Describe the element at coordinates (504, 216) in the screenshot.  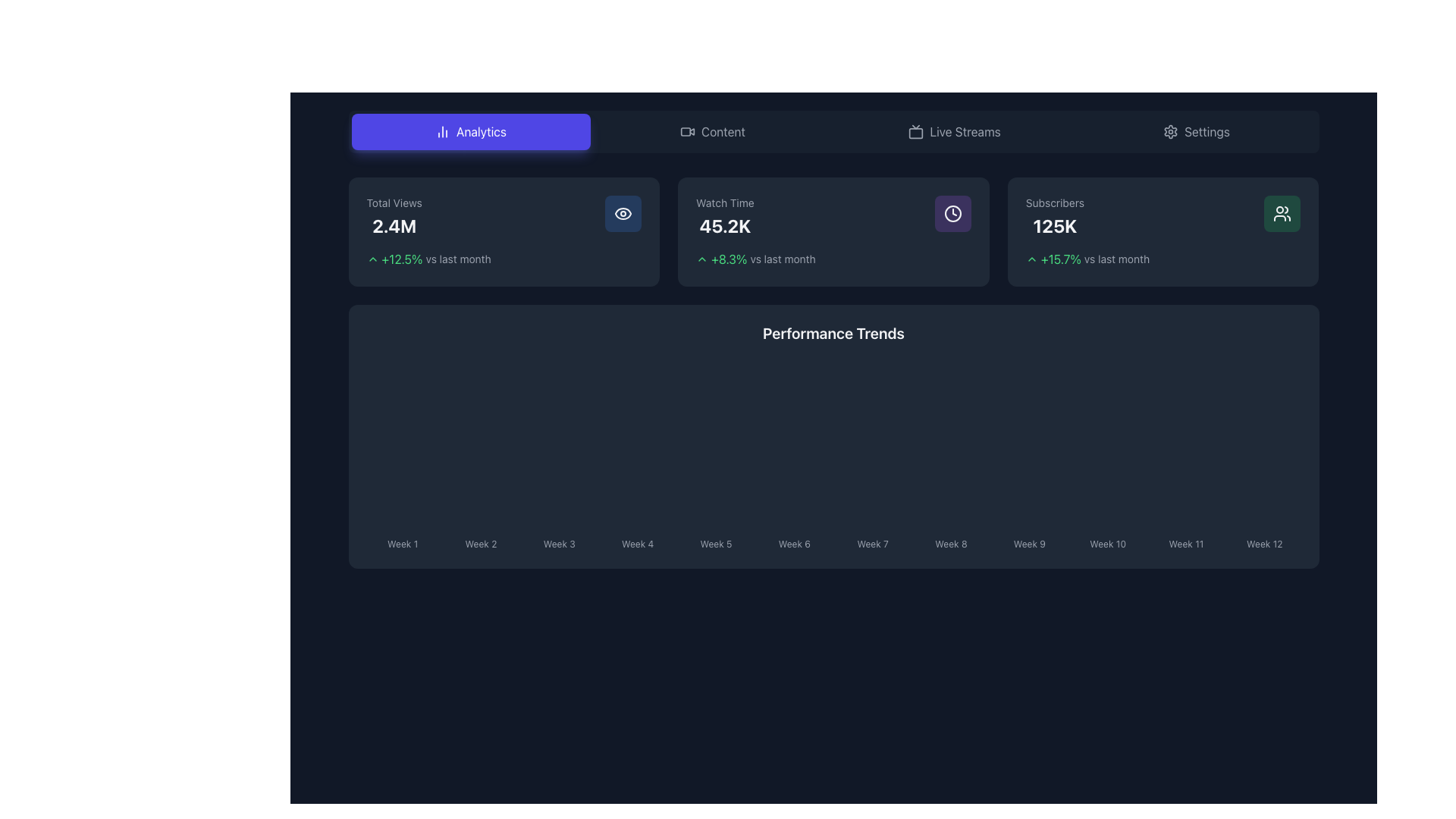
I see `the statistical data displayed in the Informational Display with Icon located in the top left of the dashboard, above the green percentage change indicator and to the left of the eye icon` at that location.